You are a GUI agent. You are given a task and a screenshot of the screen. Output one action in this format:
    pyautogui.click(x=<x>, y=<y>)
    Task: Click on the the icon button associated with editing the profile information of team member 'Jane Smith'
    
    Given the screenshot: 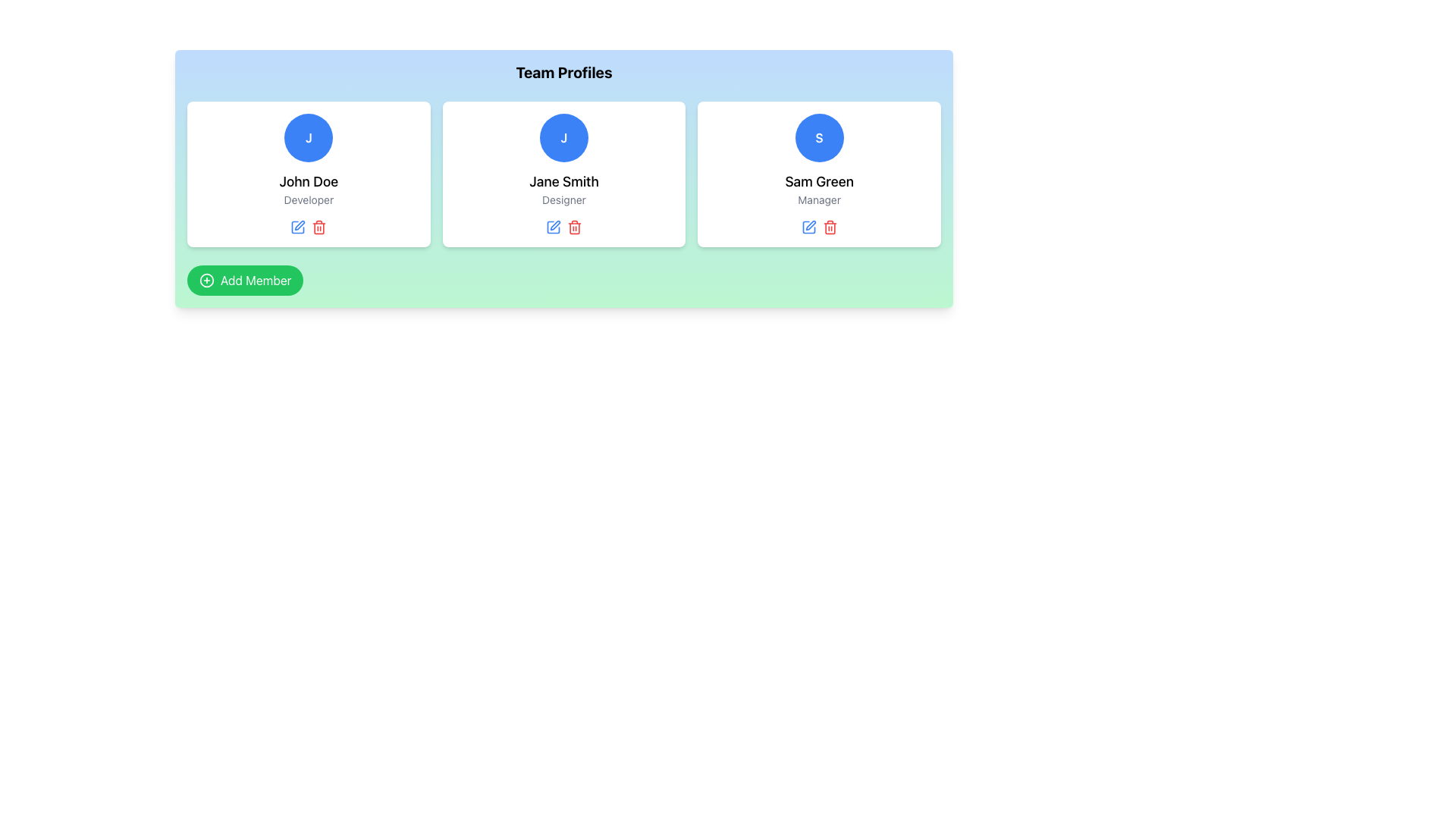 What is the action you would take?
    pyautogui.click(x=300, y=225)
    